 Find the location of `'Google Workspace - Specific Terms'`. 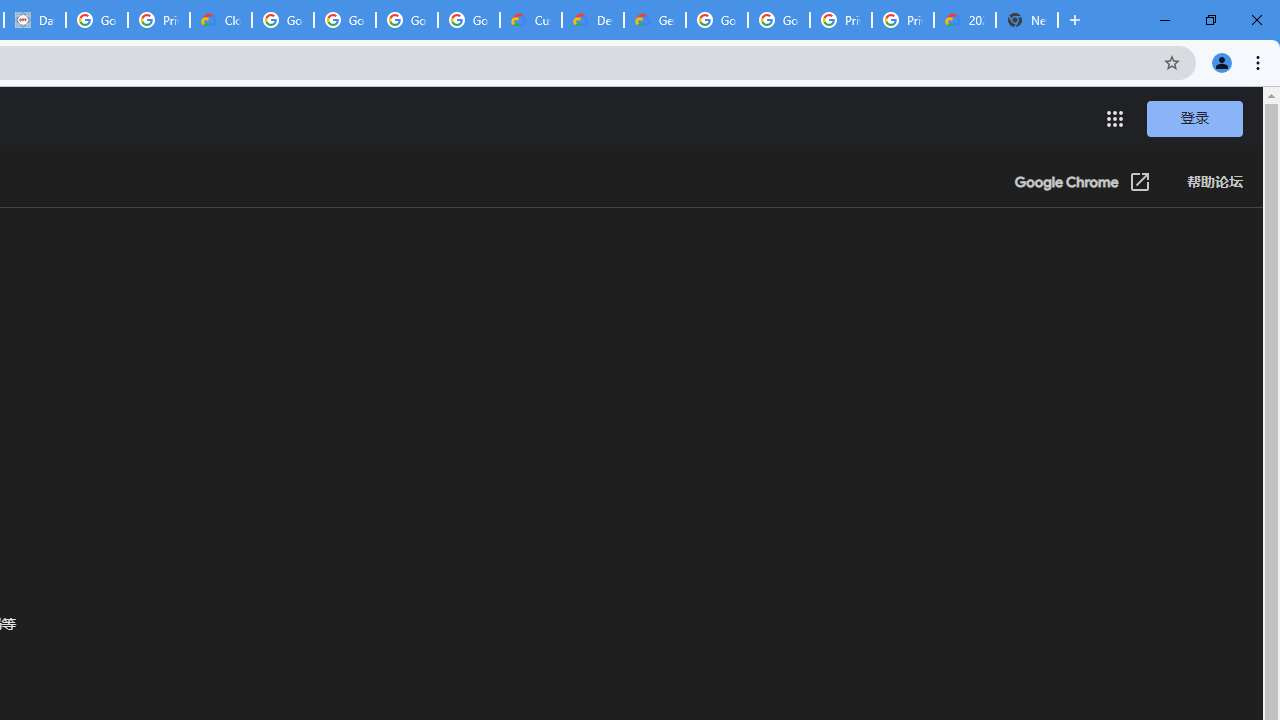

'Google Workspace - Specific Terms' is located at coordinates (406, 20).